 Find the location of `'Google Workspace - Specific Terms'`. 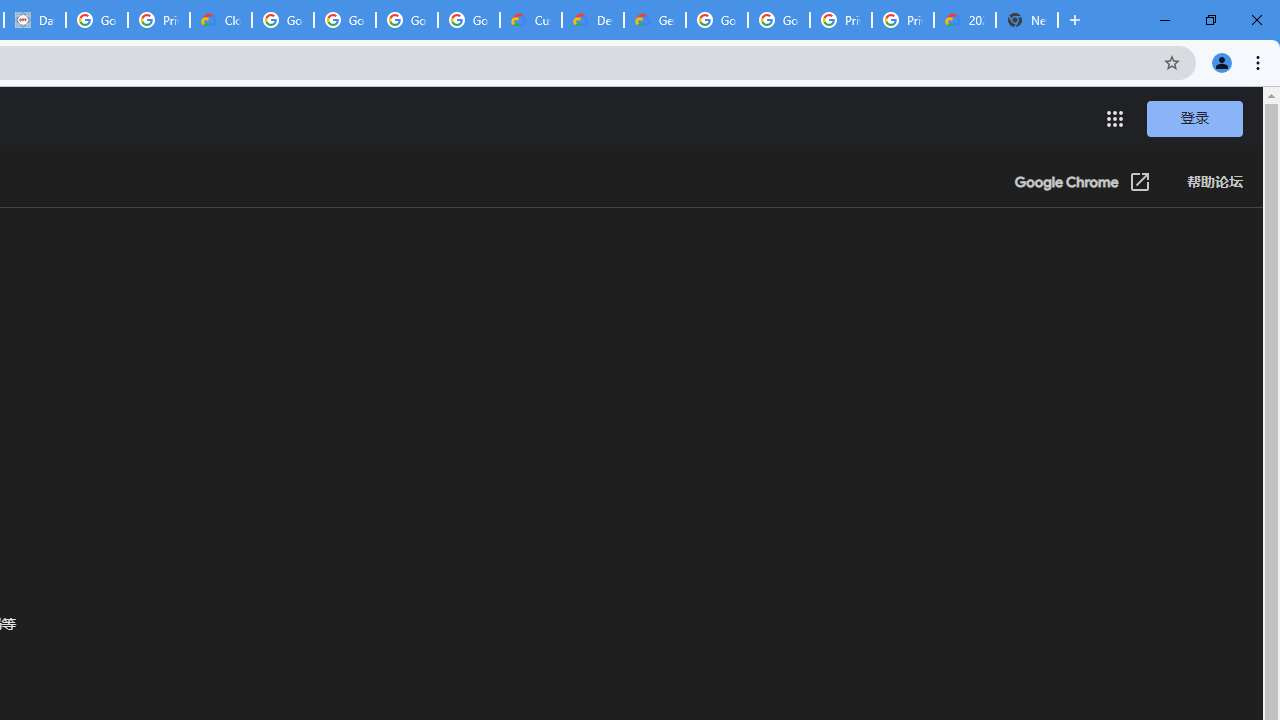

'Google Workspace - Specific Terms' is located at coordinates (406, 20).